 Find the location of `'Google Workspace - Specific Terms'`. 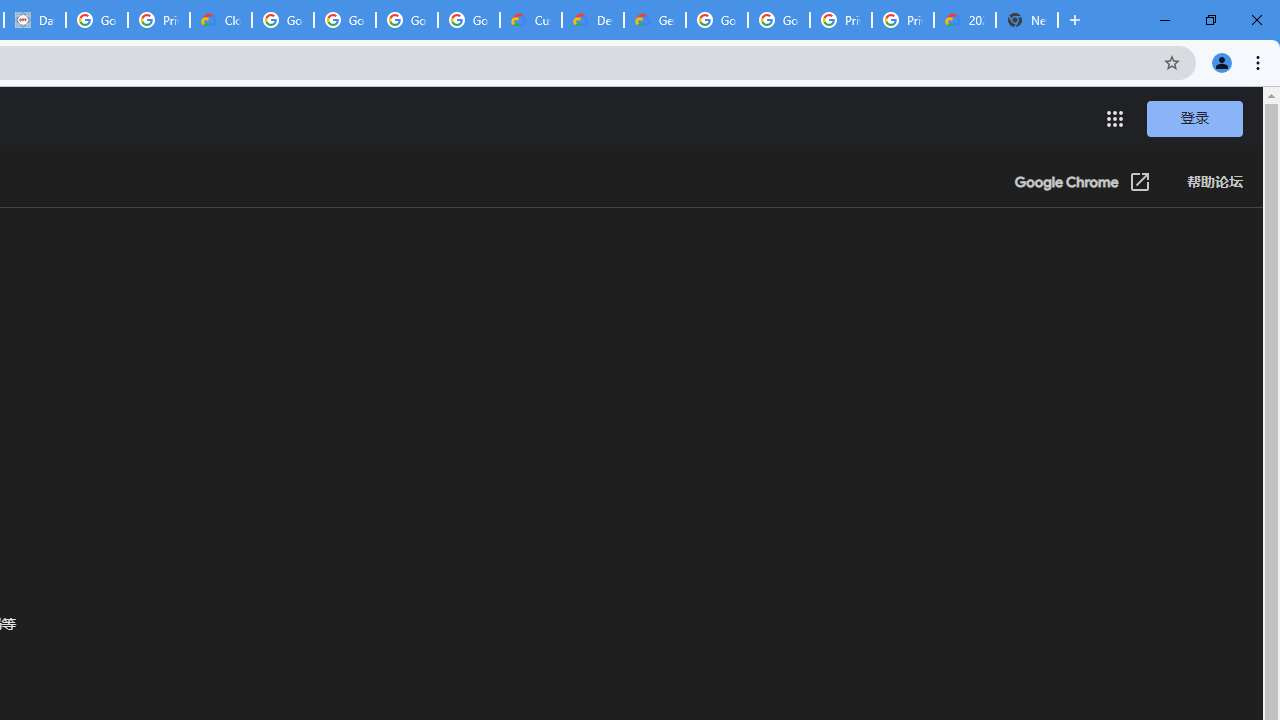

'Google Workspace - Specific Terms' is located at coordinates (406, 20).